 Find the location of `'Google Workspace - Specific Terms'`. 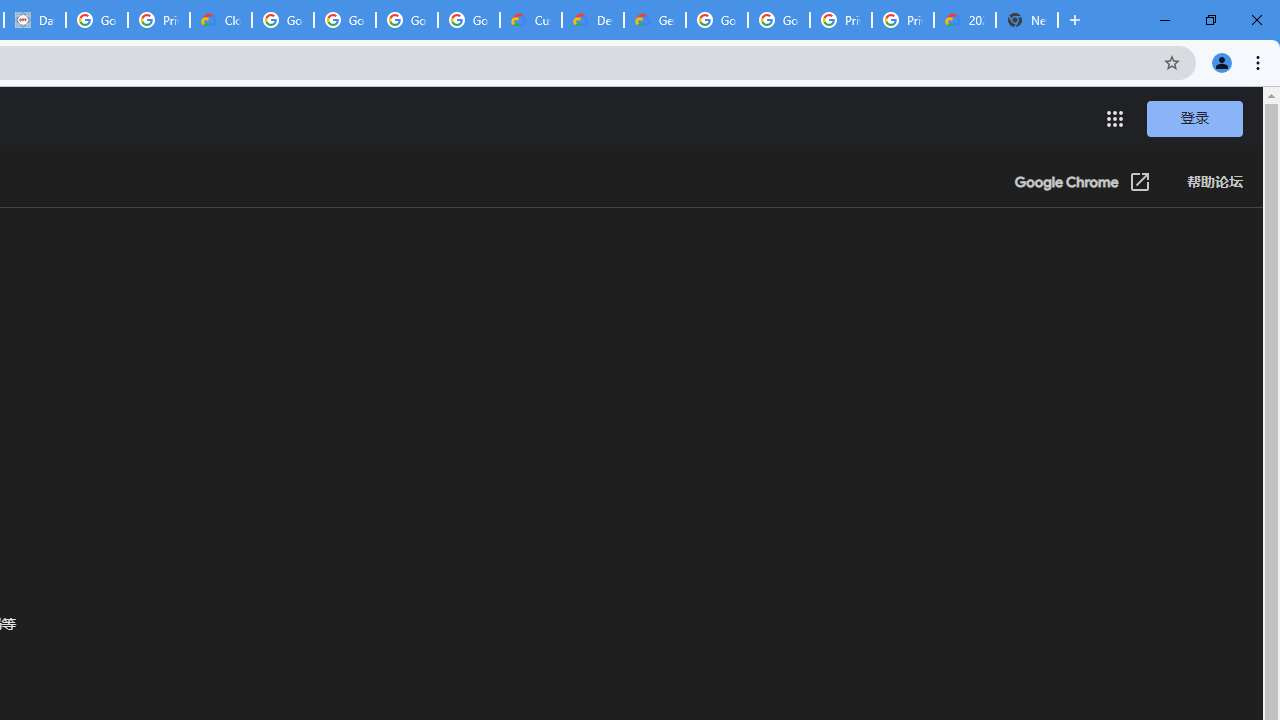

'Google Workspace - Specific Terms' is located at coordinates (406, 20).